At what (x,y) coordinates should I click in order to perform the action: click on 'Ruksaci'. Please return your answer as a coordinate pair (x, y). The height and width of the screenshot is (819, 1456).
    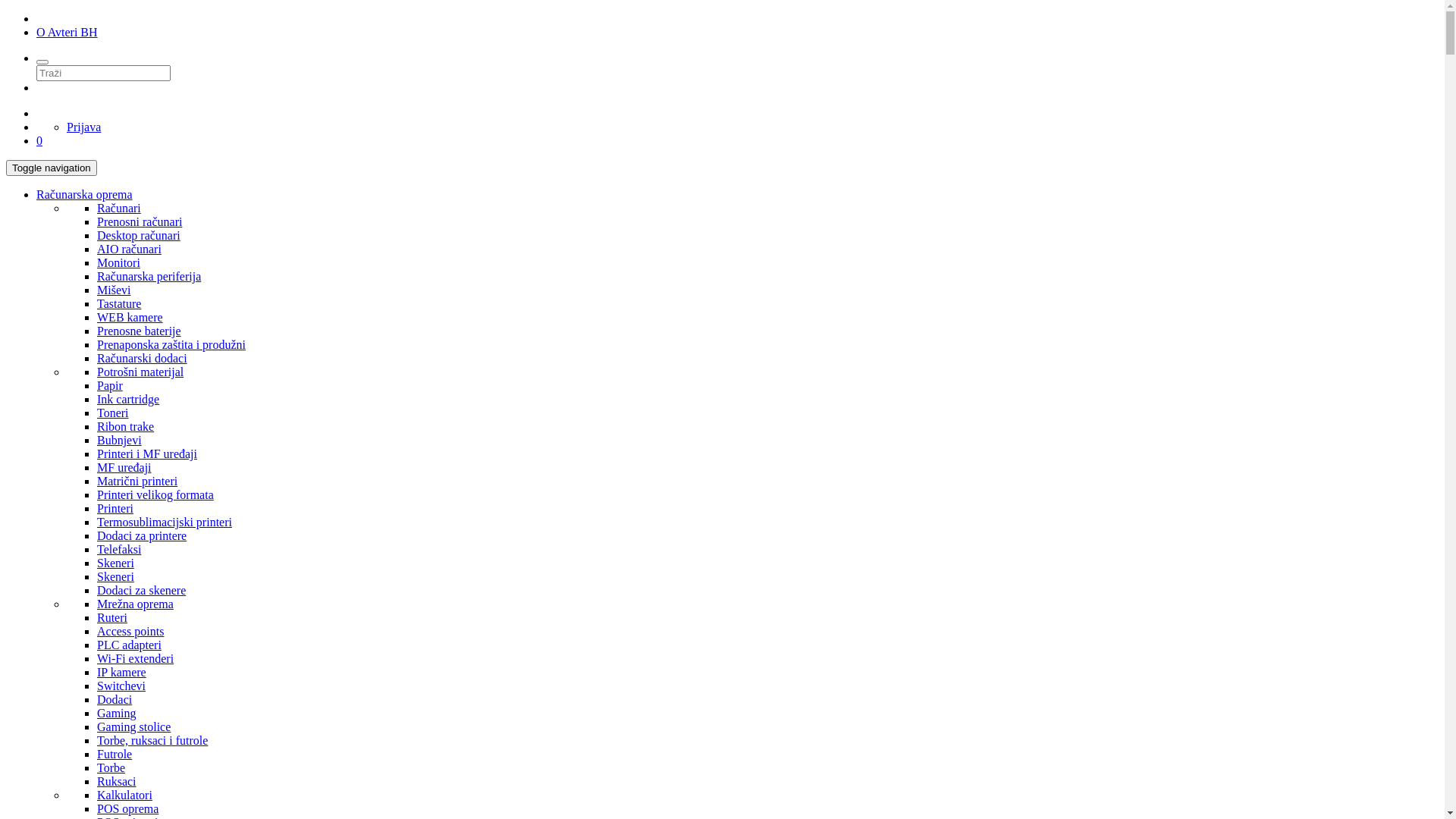
    Looking at the image, I should click on (115, 781).